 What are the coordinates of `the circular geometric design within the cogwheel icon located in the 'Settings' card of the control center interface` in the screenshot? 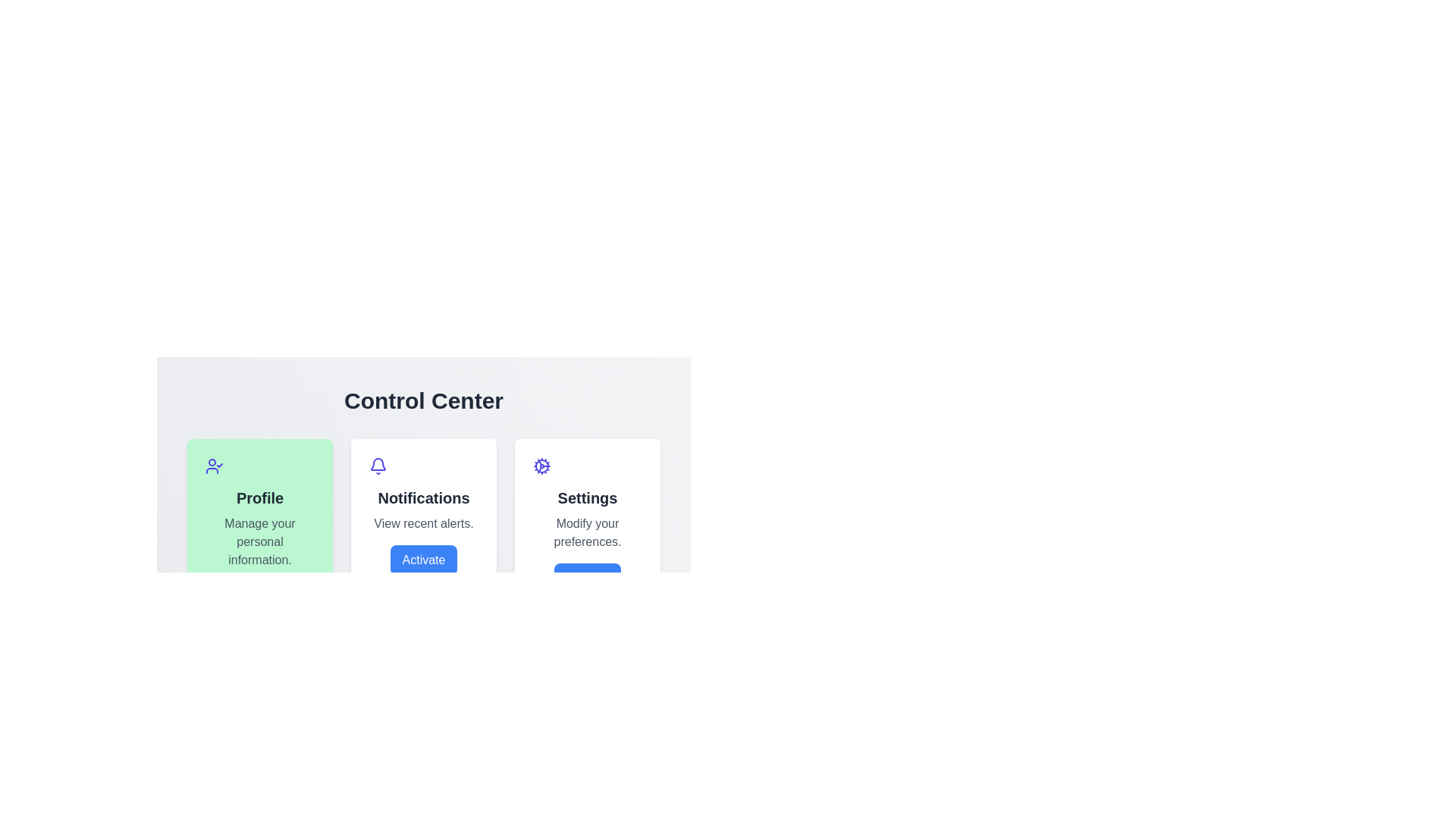 It's located at (542, 465).